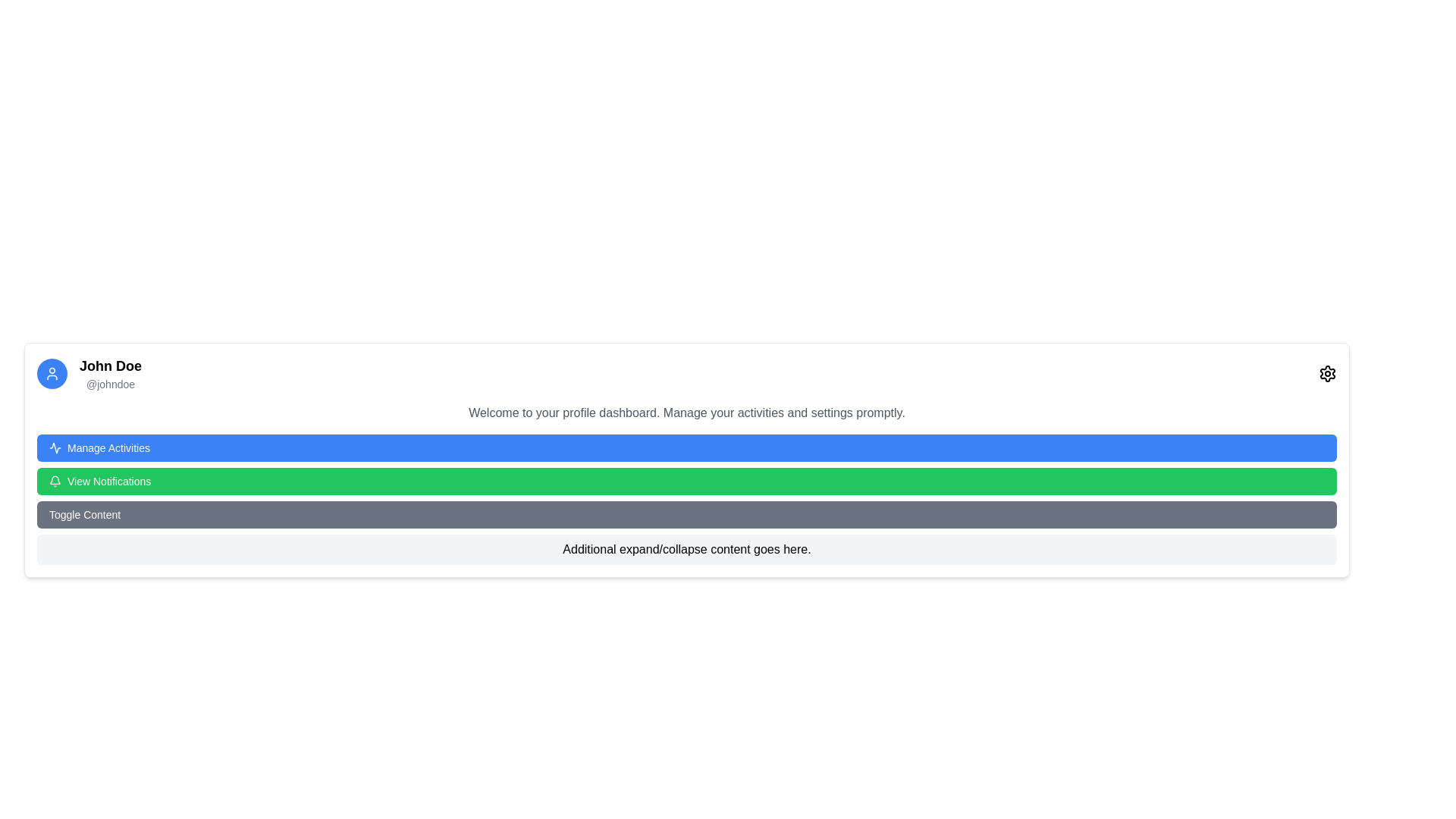 The image size is (1456, 819). I want to click on the user profile icon located at the leftmost section of the profile heading next to 'John Doe' and '@johndoe', so click(52, 374).